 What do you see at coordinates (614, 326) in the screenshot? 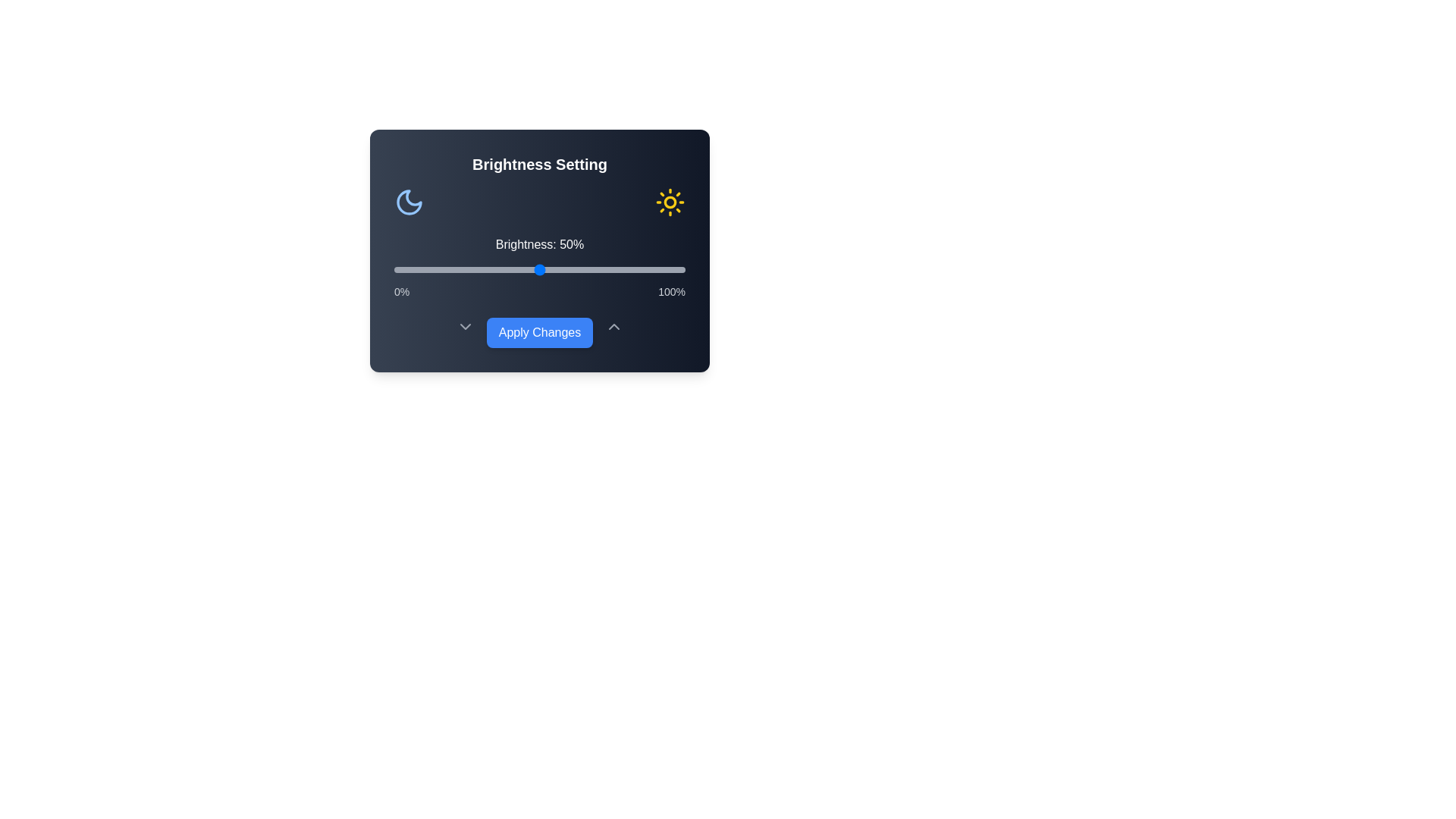
I see `the ChevronUp icon to reveal additional controls` at bounding box center [614, 326].